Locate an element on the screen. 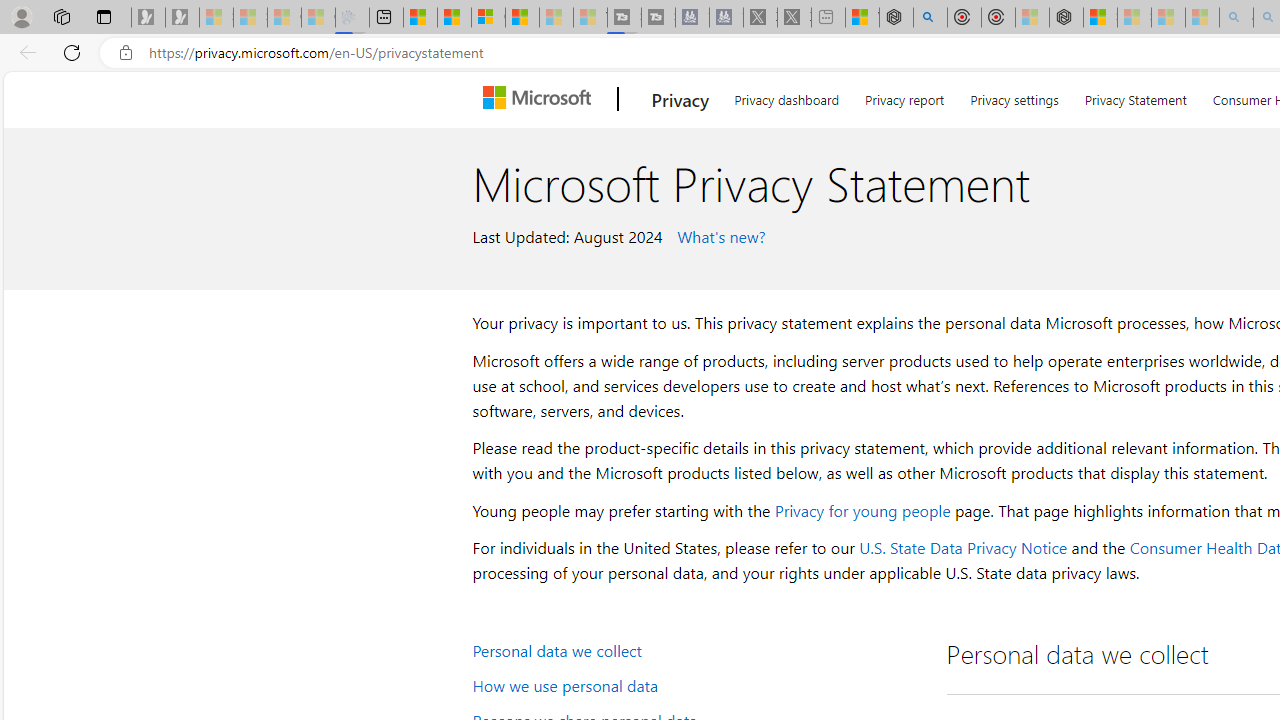 The image size is (1280, 720). 'Privacy Statement' is located at coordinates (1135, 96).